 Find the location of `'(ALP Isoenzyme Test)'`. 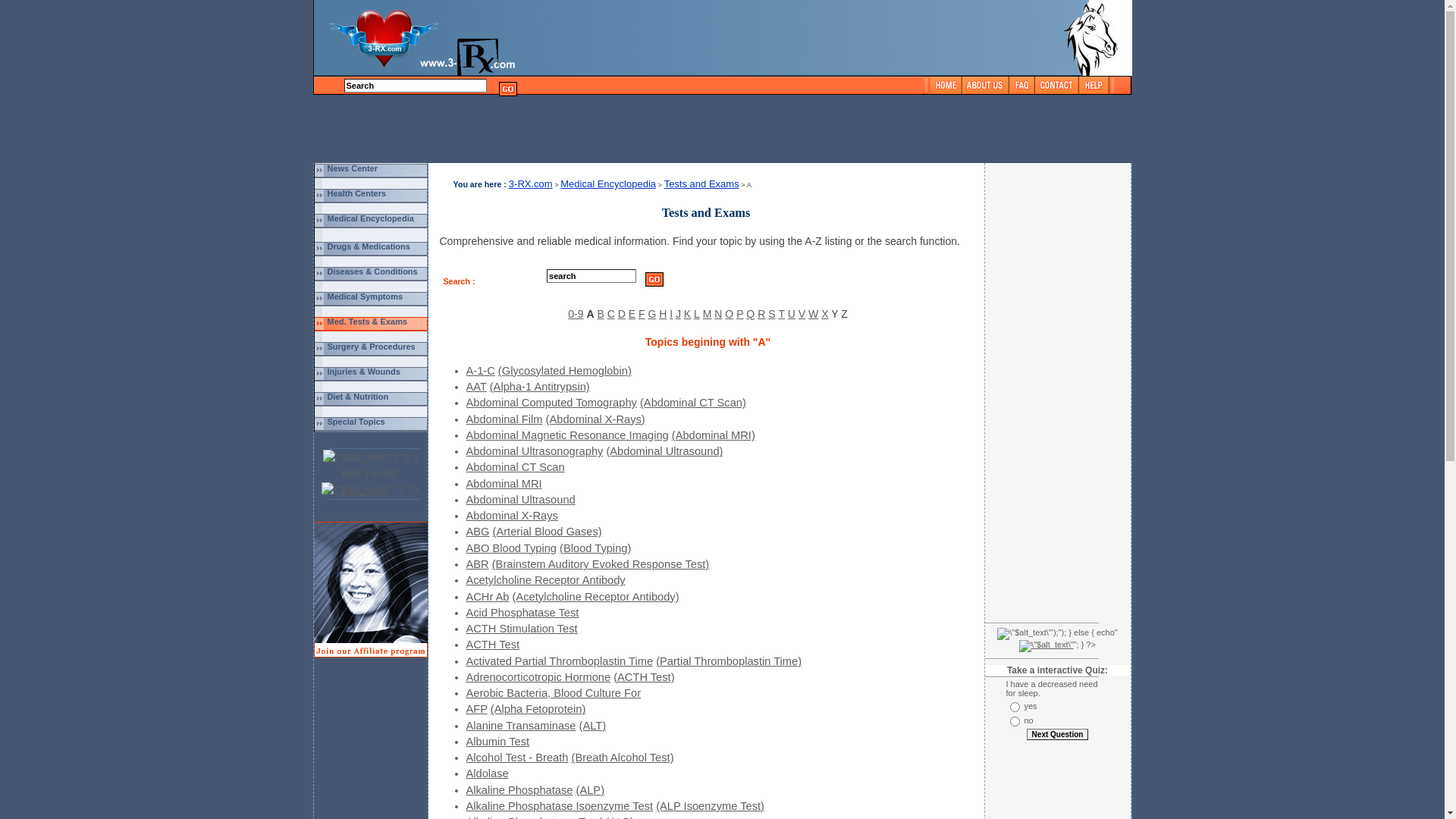

'(ALP Isoenzyme Test)' is located at coordinates (709, 805).